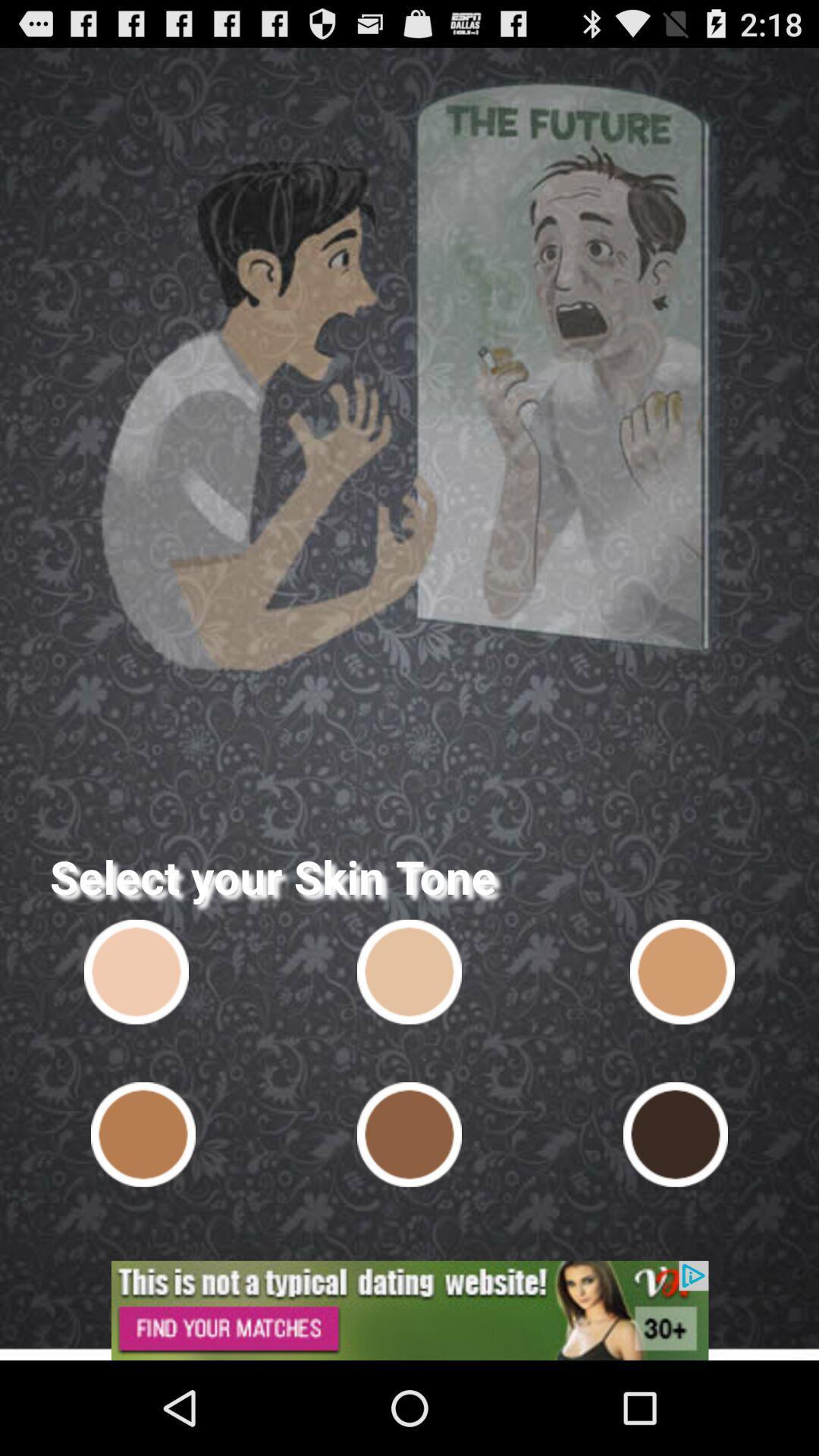 The height and width of the screenshot is (1456, 819). I want to click on choose shade of color preferred, so click(143, 1134).